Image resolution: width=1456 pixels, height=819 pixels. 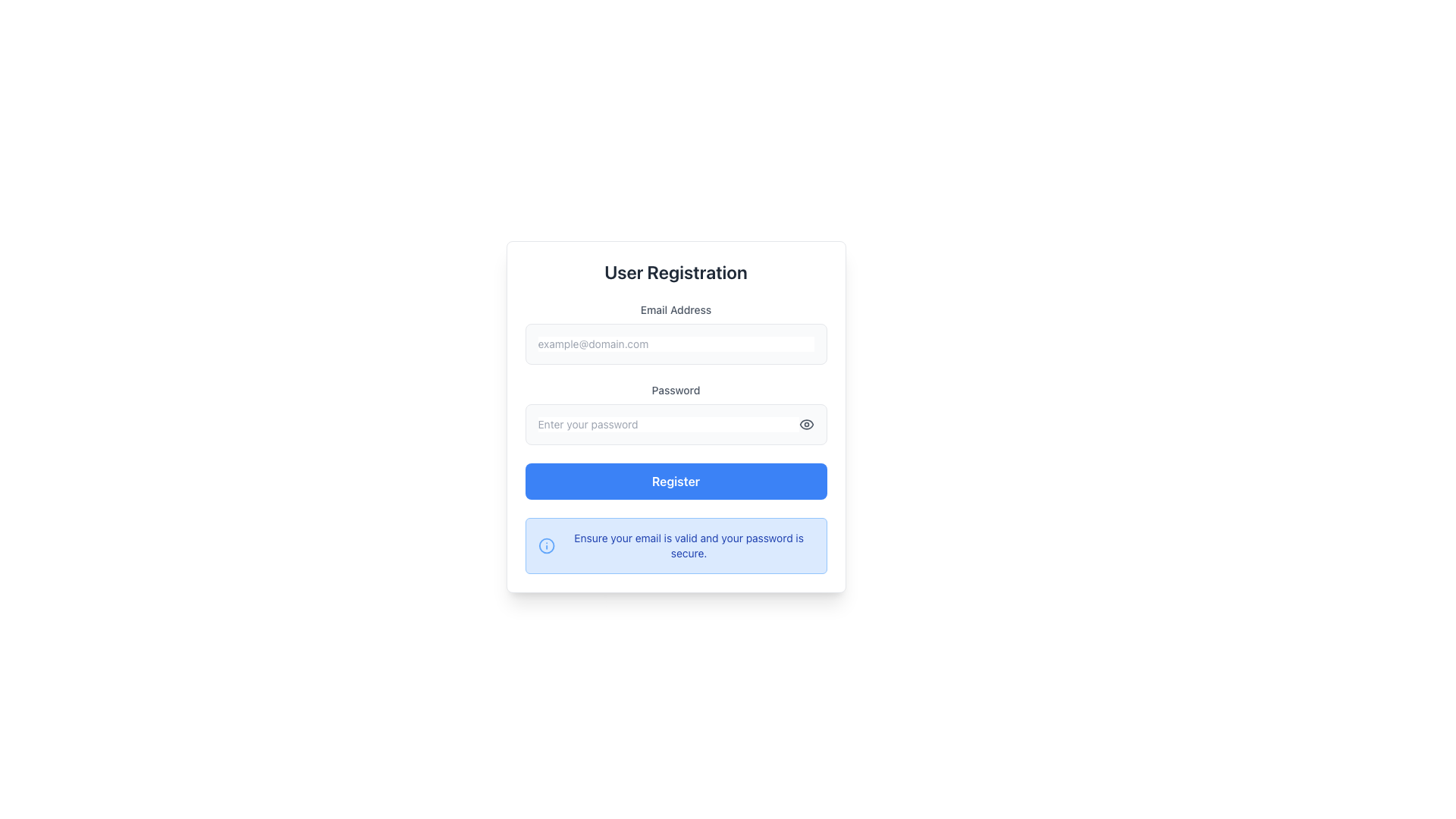 What do you see at coordinates (805, 424) in the screenshot?
I see `the eye icon button located to the right of the password input field` at bounding box center [805, 424].